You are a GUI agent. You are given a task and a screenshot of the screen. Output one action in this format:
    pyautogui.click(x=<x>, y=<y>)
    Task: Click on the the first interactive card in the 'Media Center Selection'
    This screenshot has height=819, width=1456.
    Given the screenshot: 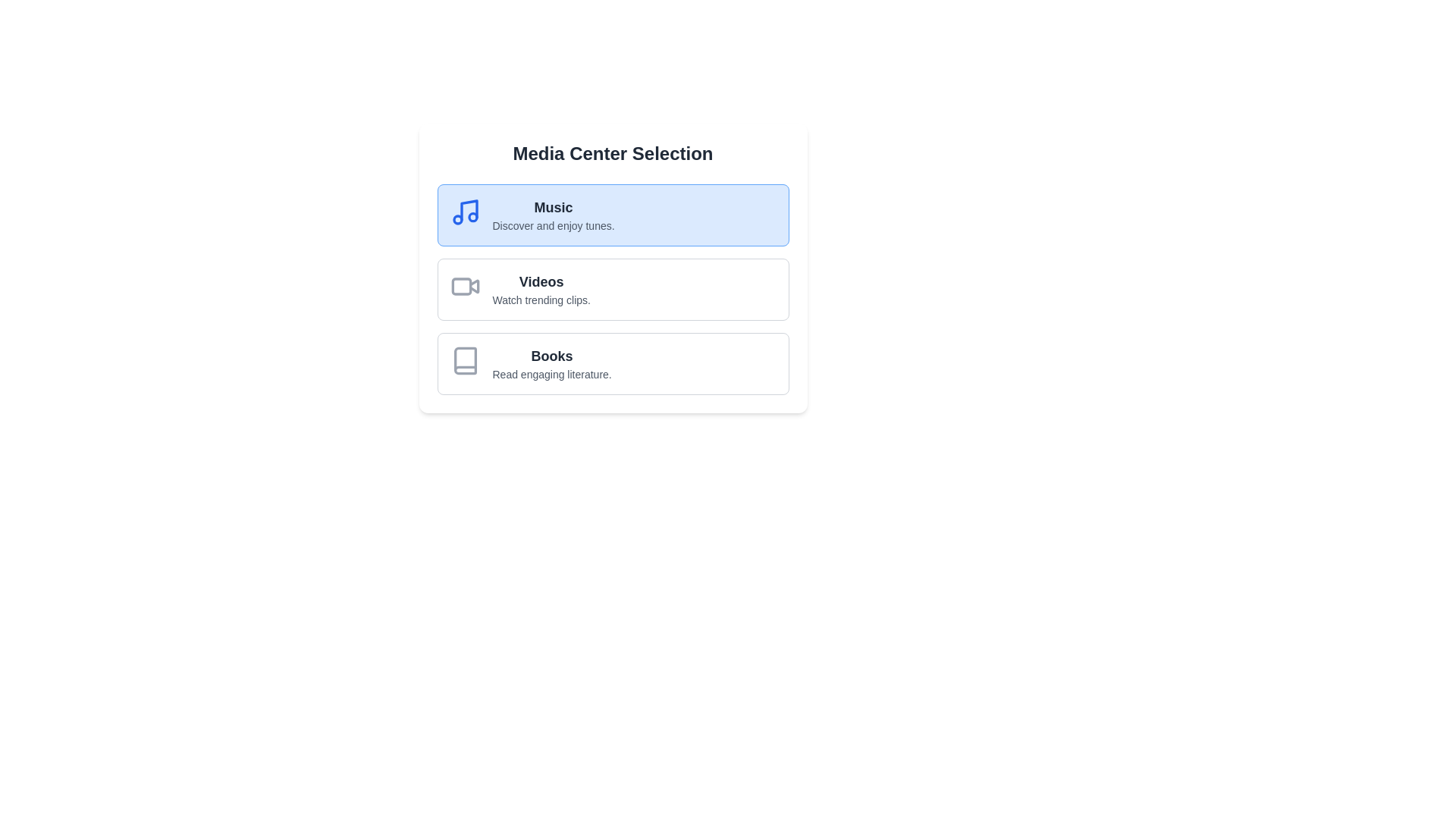 What is the action you would take?
    pyautogui.click(x=613, y=215)
    